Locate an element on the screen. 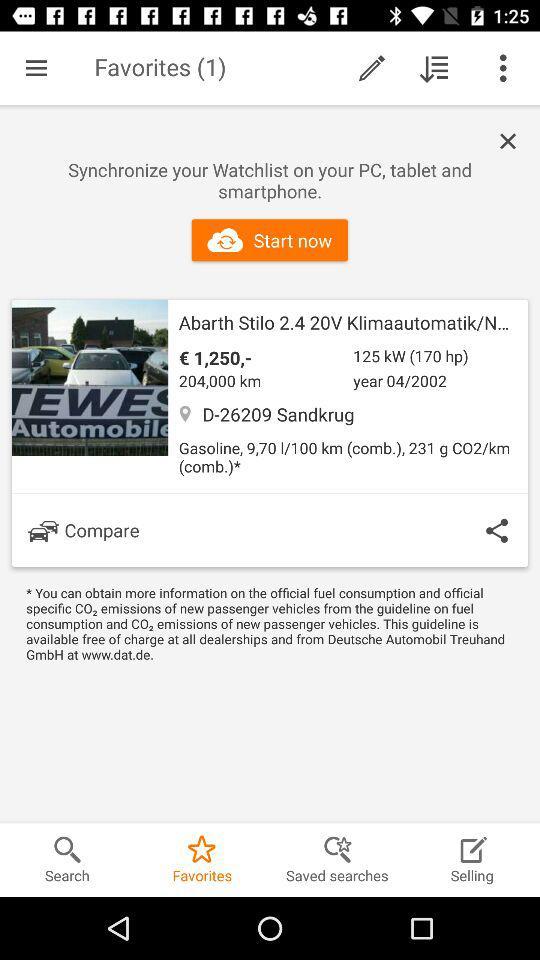 Image resolution: width=540 pixels, height=960 pixels. item next to the favorites (1) icon is located at coordinates (36, 68).